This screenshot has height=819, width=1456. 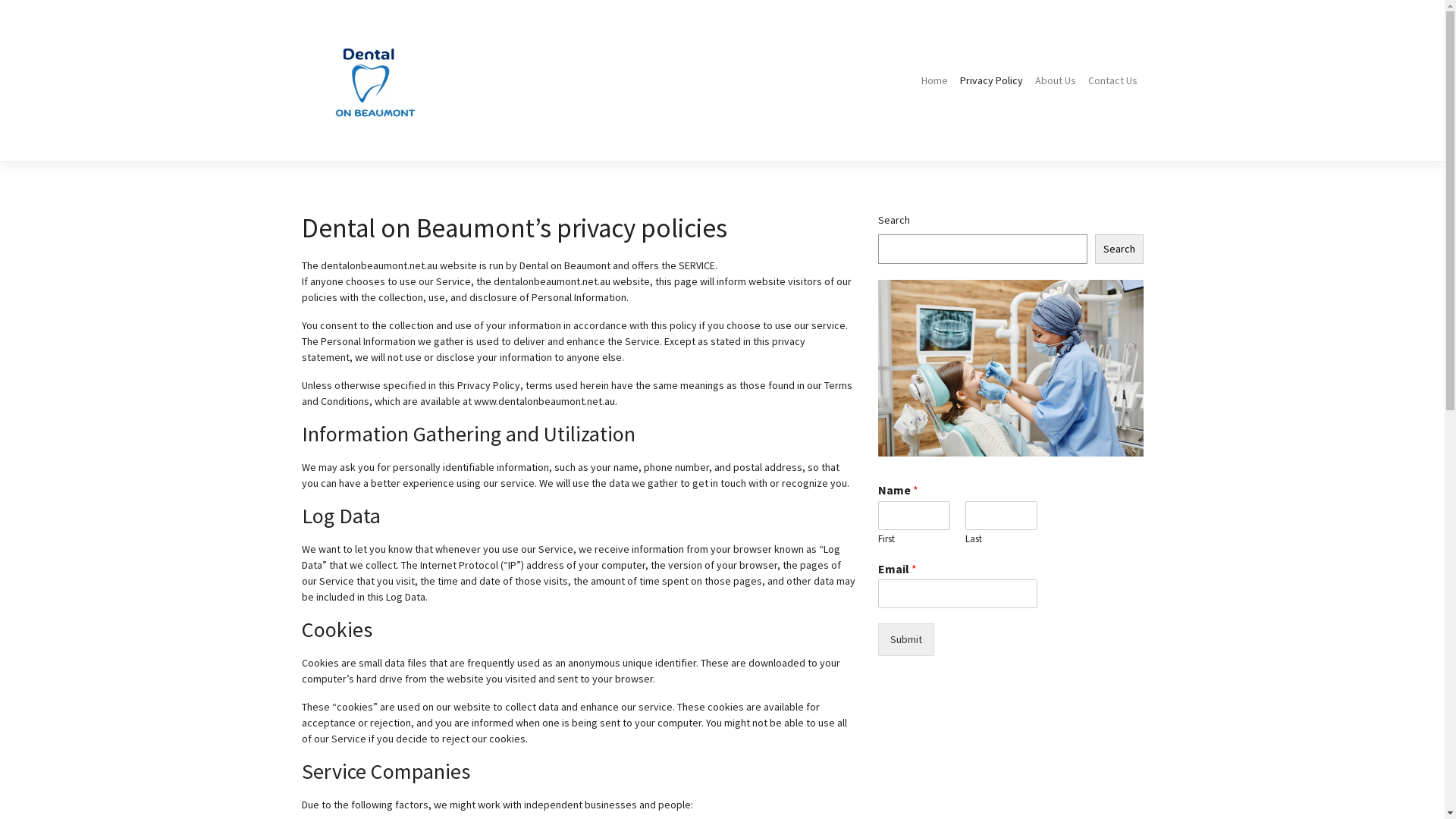 I want to click on 'Home', so click(x=933, y=80).